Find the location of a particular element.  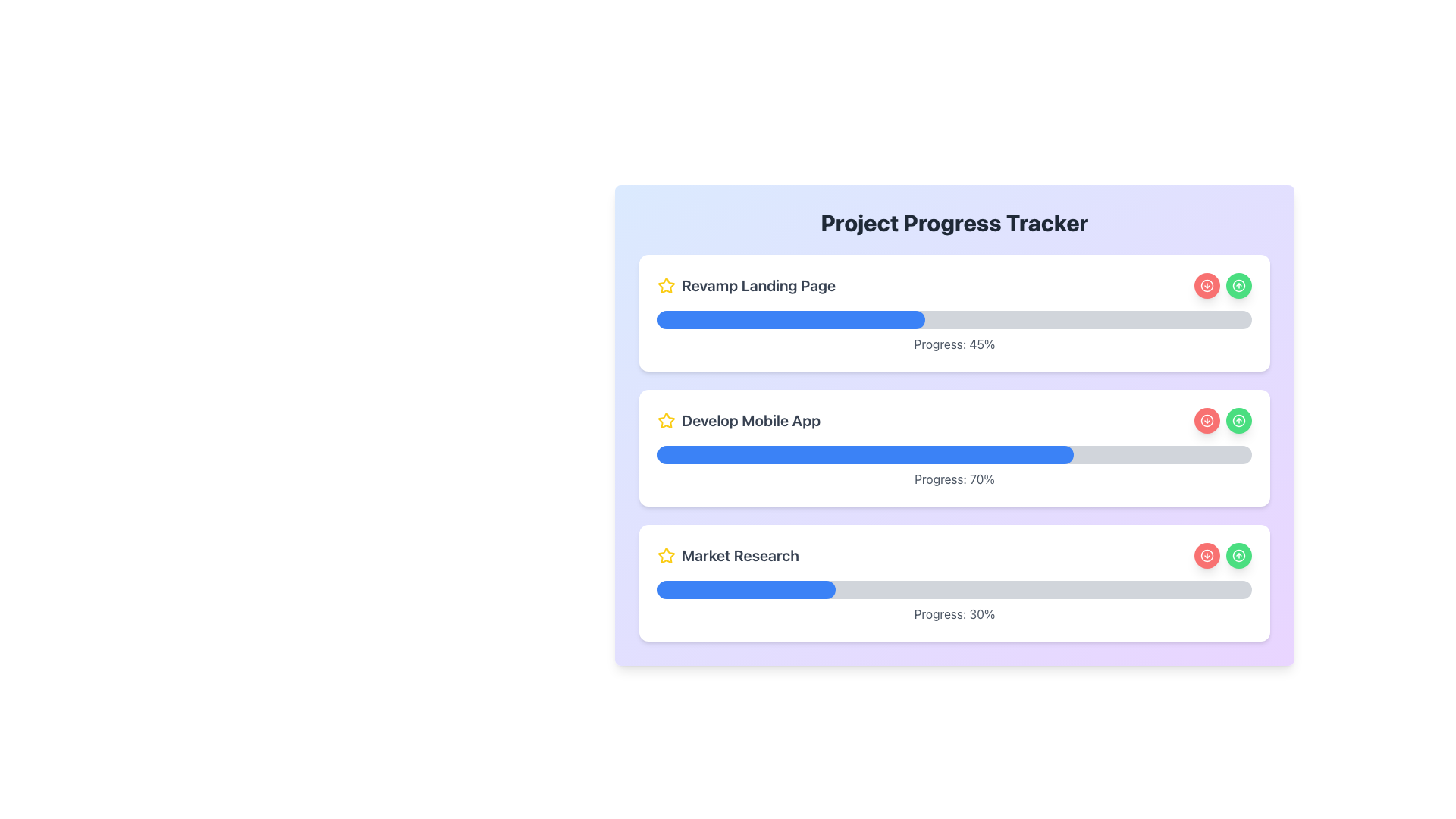

the star icon located directly to the left of the 'Market Research' text is located at coordinates (666, 420).